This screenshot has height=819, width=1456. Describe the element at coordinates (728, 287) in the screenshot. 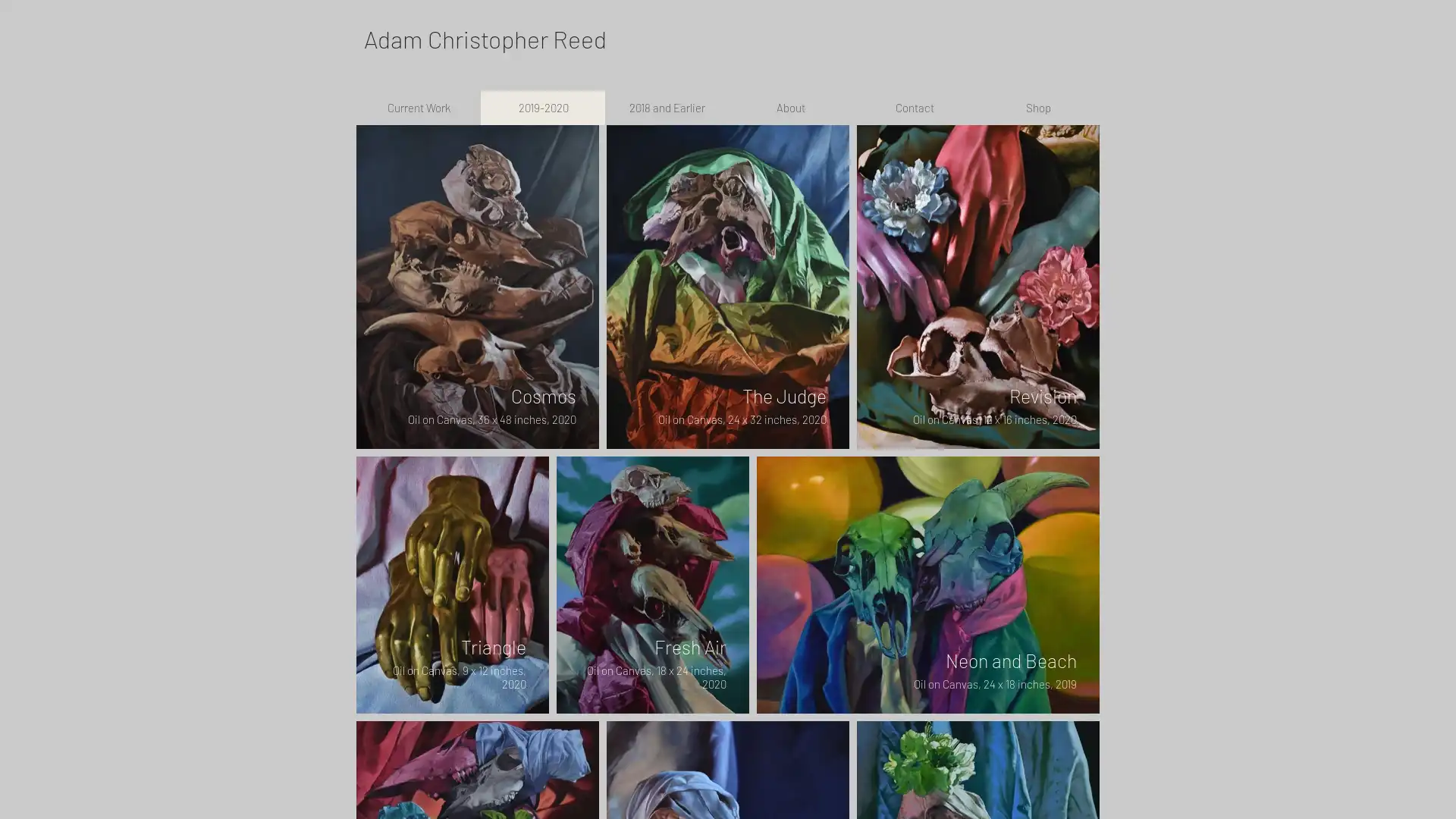

I see `The Judge` at that location.